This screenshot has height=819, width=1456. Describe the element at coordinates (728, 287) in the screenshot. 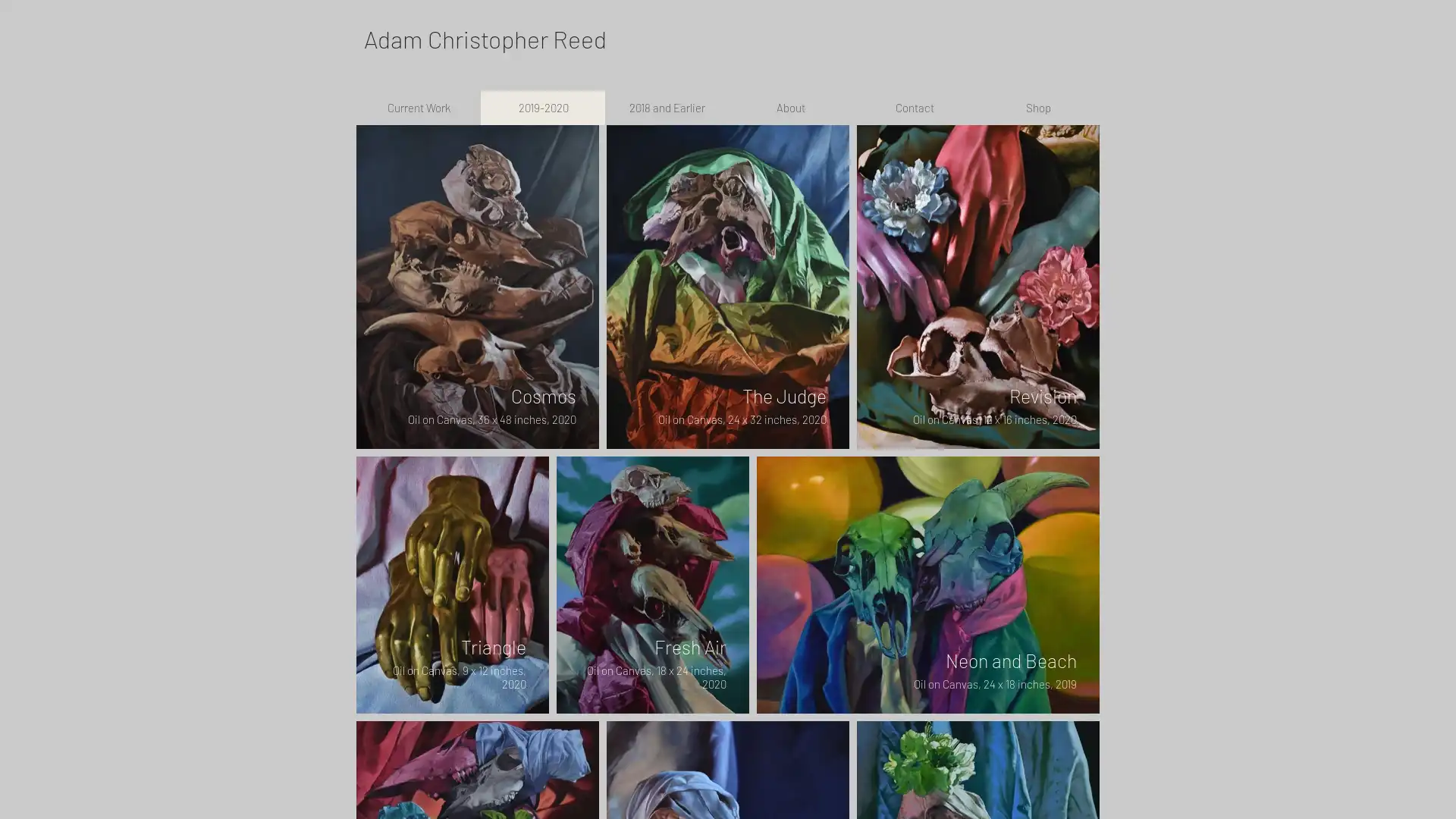

I see `The Judge` at that location.